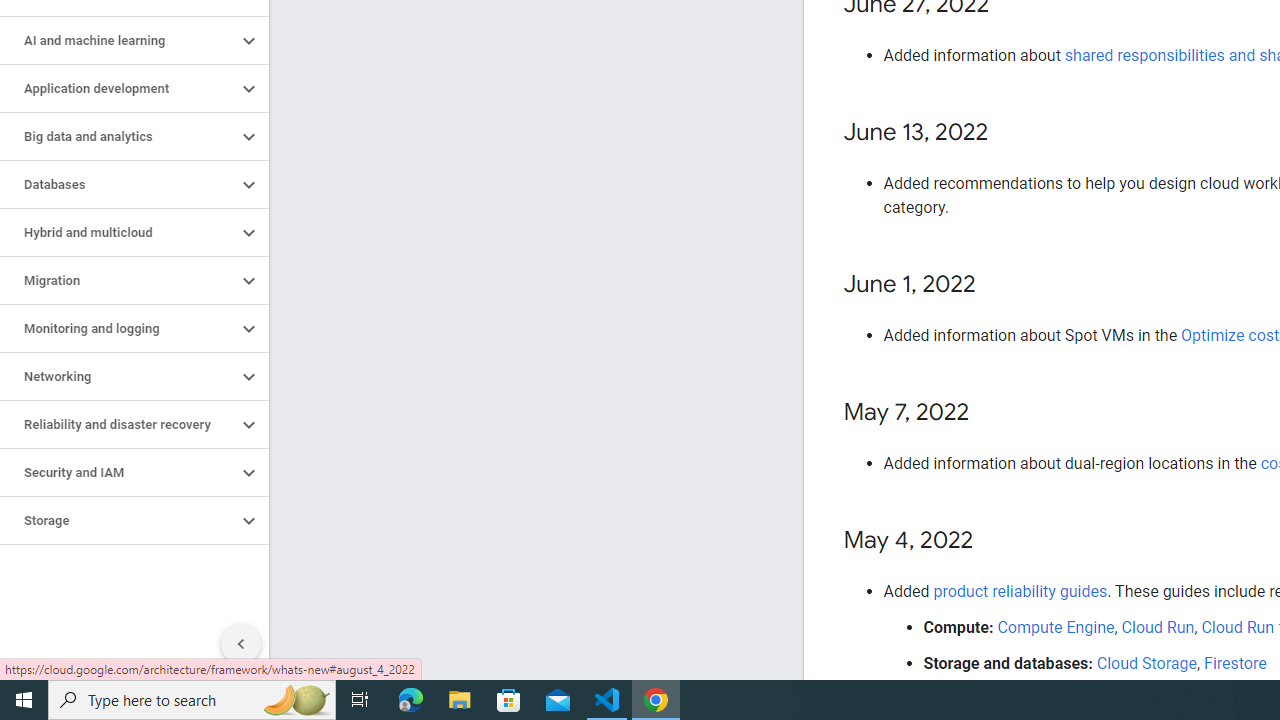  What do you see at coordinates (993, 541) in the screenshot?
I see `'Copy link to this section: May 4, 2022'` at bounding box center [993, 541].